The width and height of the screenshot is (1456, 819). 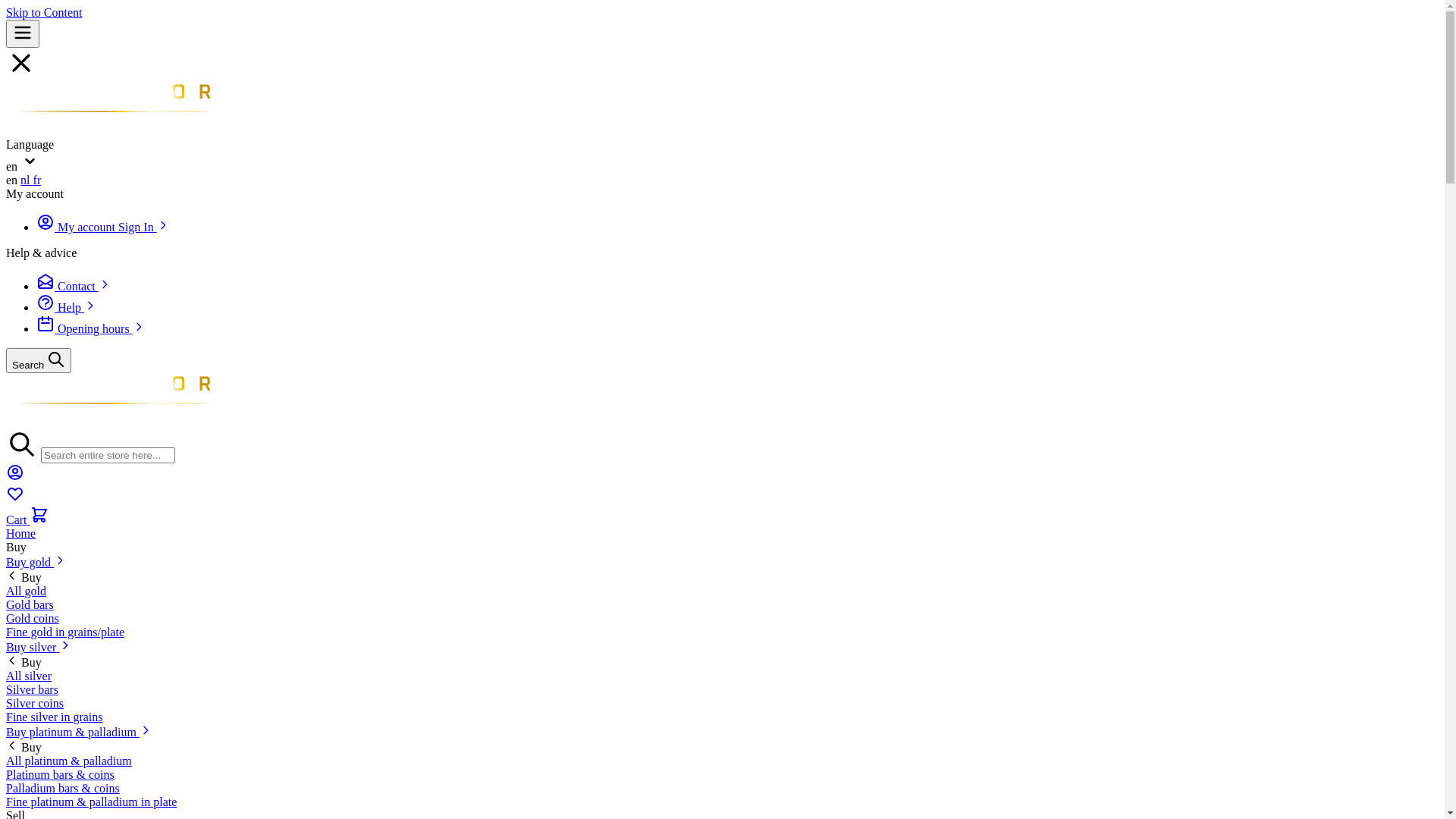 What do you see at coordinates (26, 590) in the screenshot?
I see `'All gold'` at bounding box center [26, 590].